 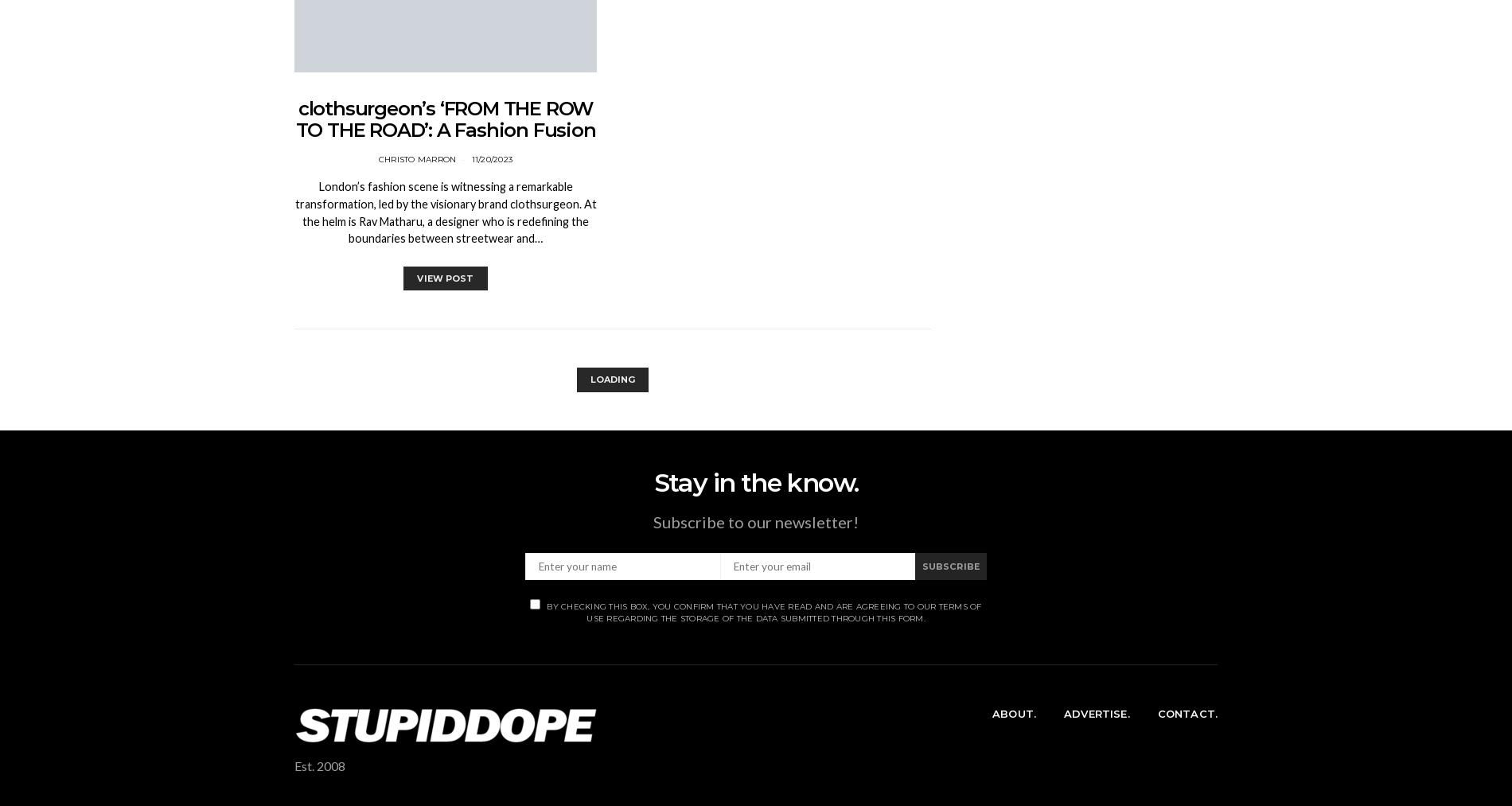 What do you see at coordinates (652, 481) in the screenshot?
I see `'Stay in the know.'` at bounding box center [652, 481].